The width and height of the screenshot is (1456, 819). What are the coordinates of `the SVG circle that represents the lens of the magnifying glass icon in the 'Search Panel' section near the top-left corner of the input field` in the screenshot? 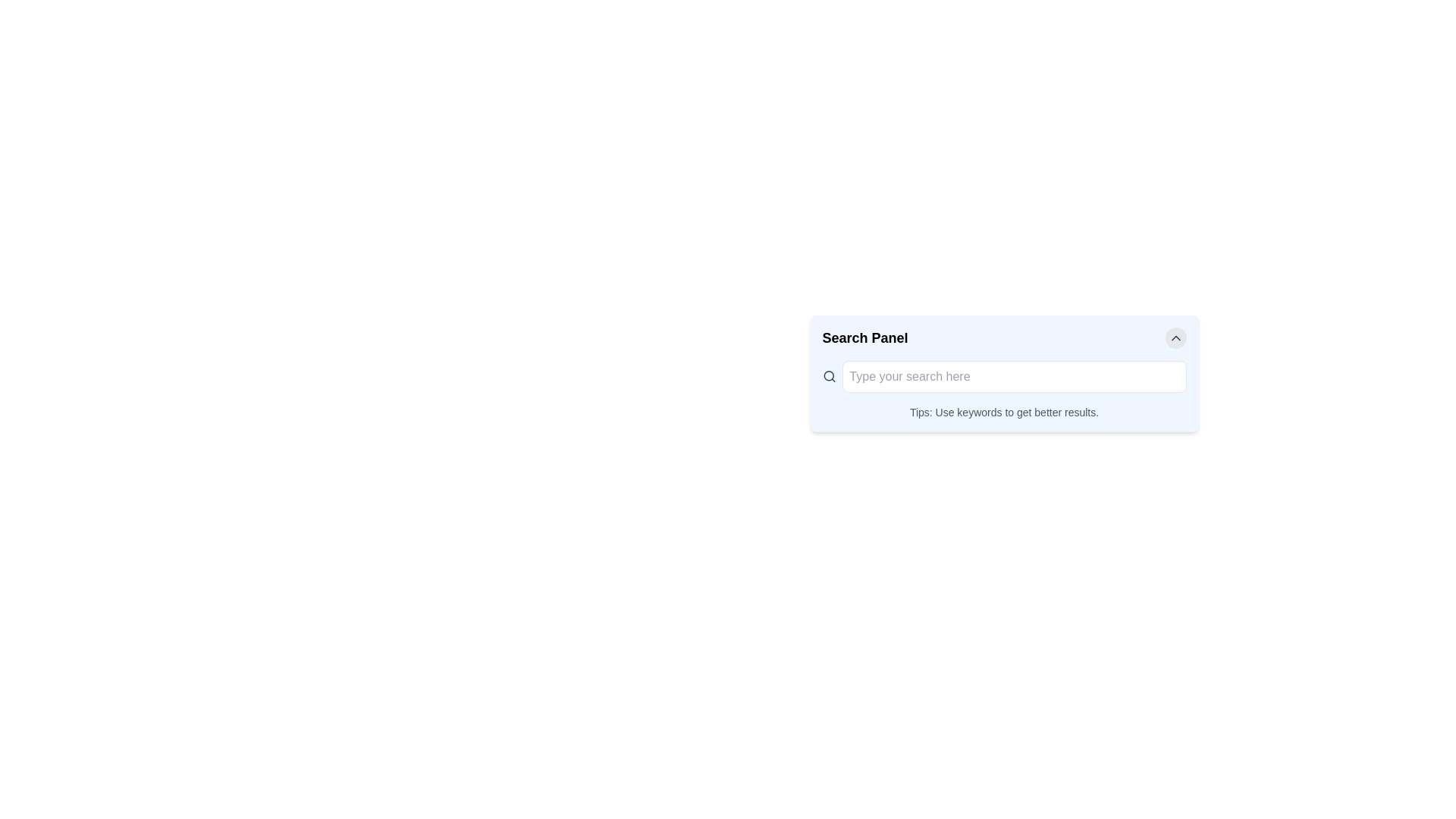 It's located at (828, 375).